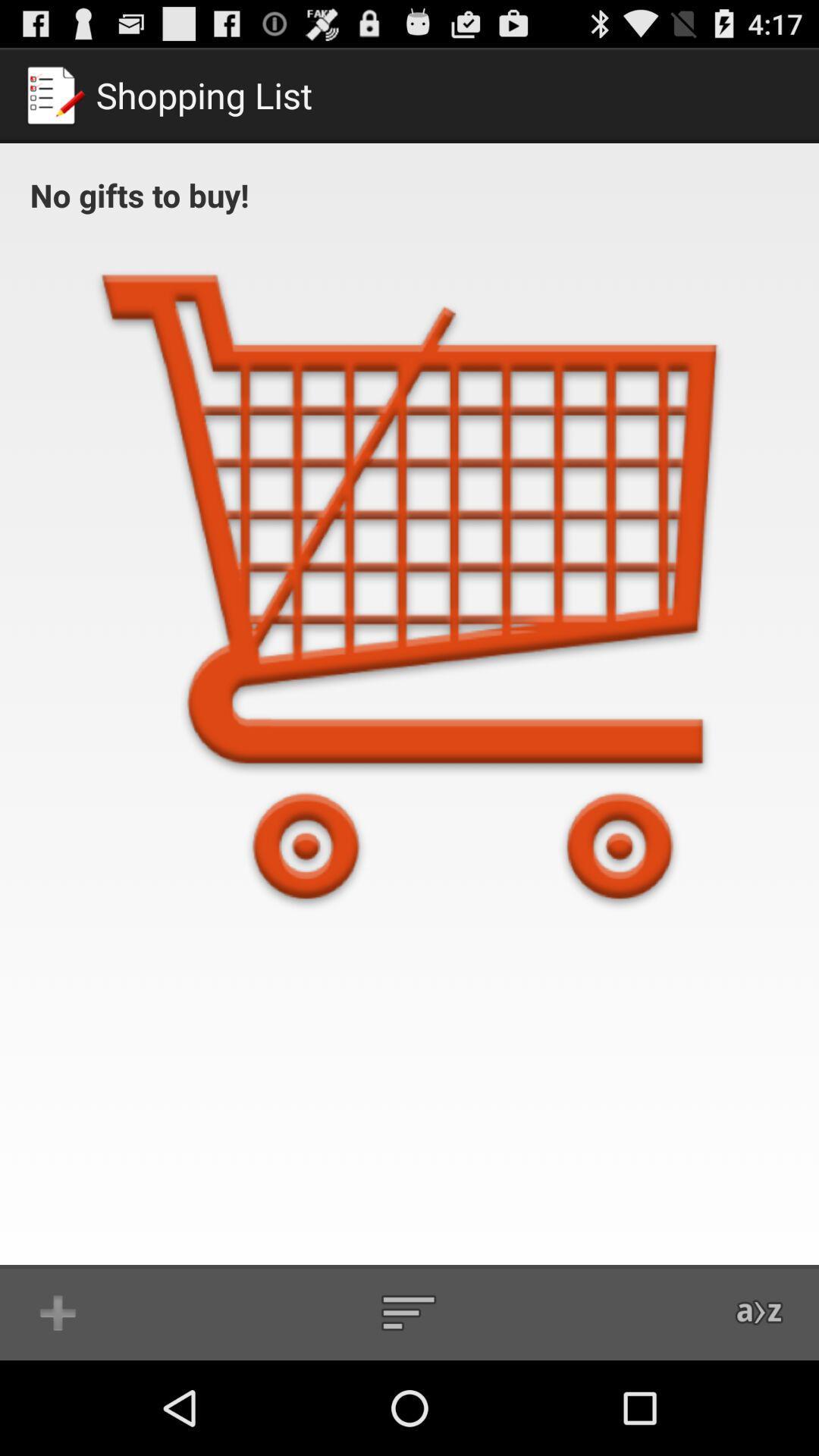  Describe the element at coordinates (760, 1312) in the screenshot. I see `icon at the bottom right corner` at that location.